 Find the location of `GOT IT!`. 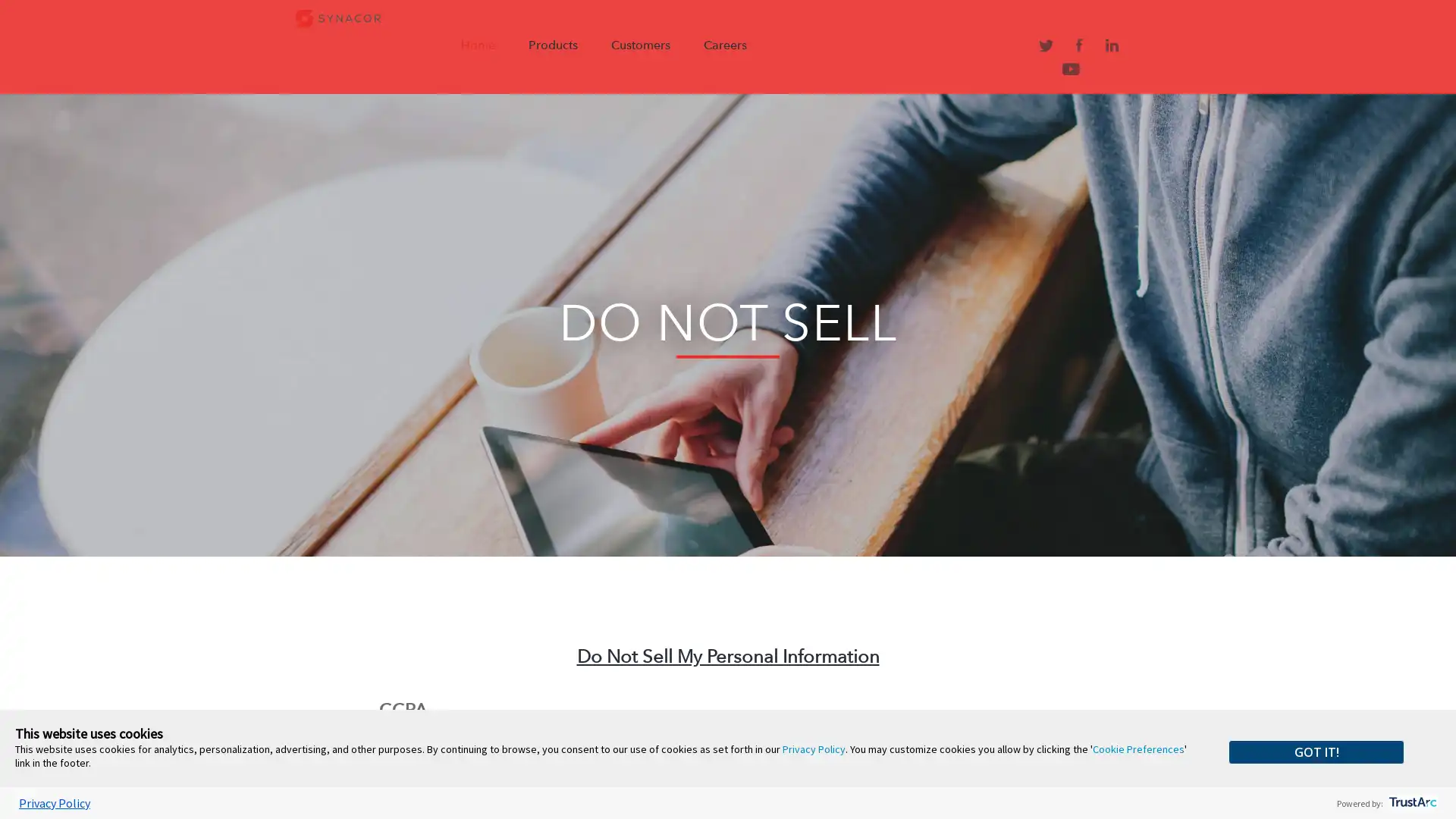

GOT IT! is located at coordinates (1316, 752).